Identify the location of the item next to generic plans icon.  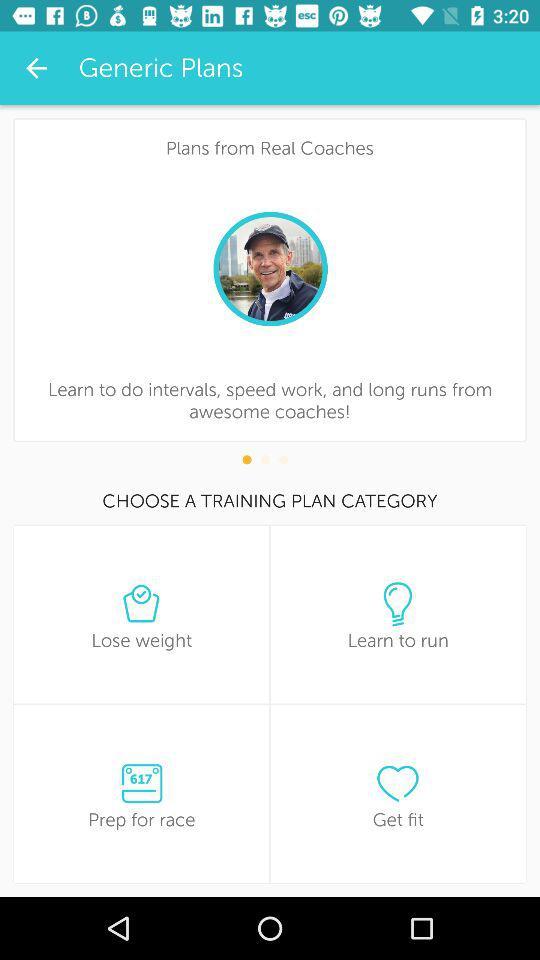
(36, 68).